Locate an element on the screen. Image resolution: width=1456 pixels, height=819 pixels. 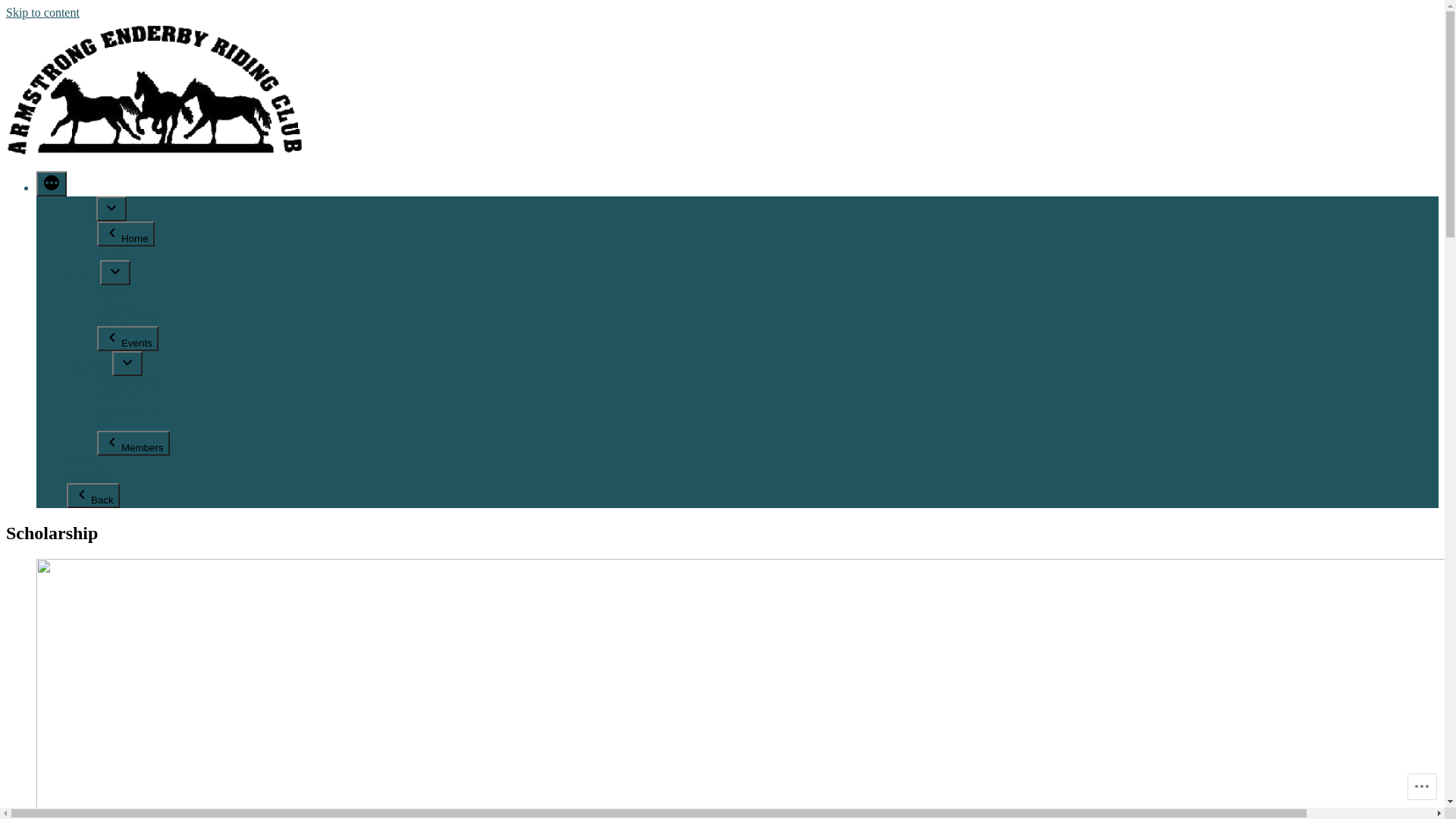
'Membership' is located at coordinates (96, 381).